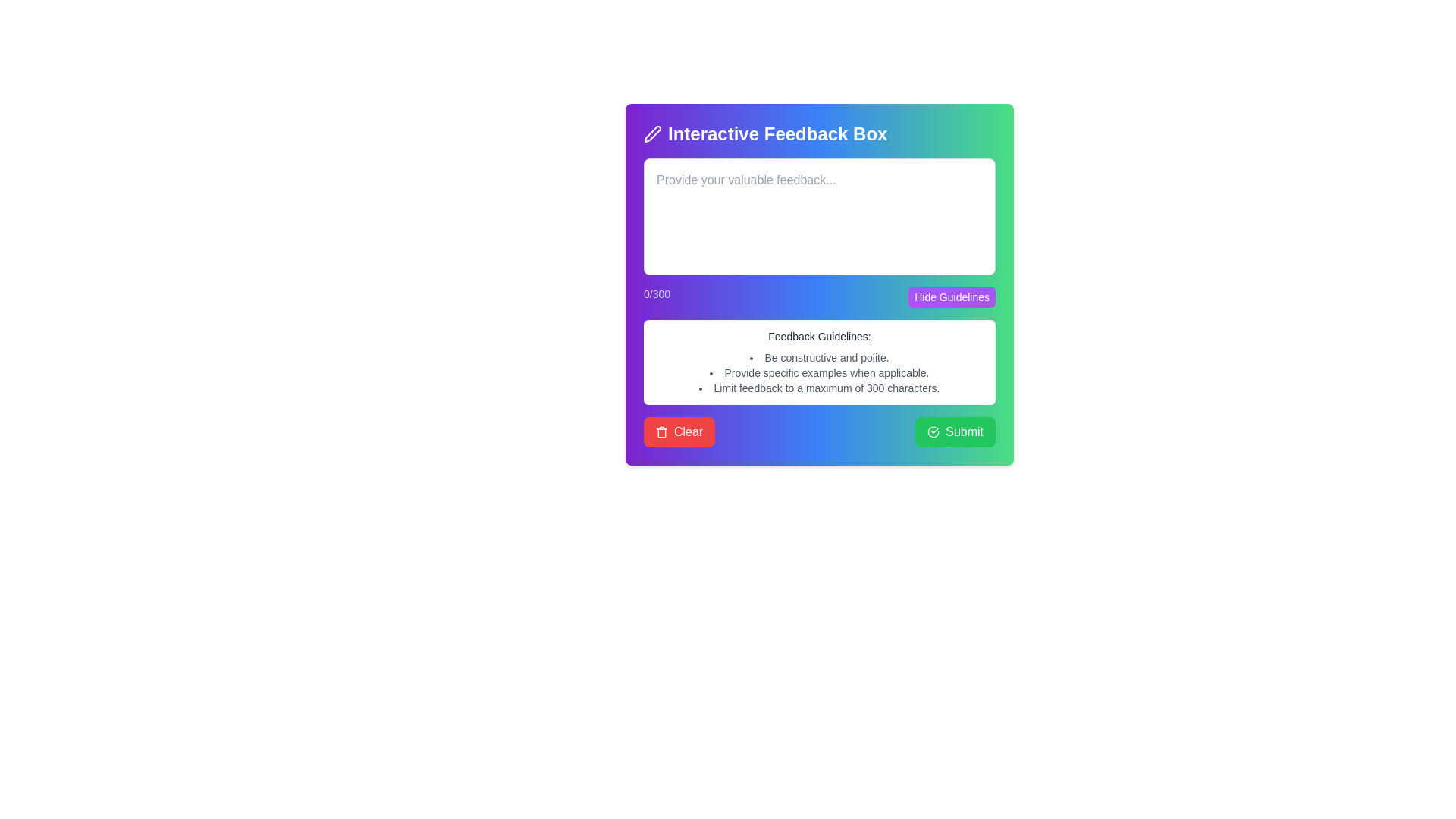 The image size is (1456, 819). I want to click on the pen icon located next to the title 'Interactive Feedback Box' in the top-left corner of the interface, which is the only icon of its style in this area, so click(652, 133).